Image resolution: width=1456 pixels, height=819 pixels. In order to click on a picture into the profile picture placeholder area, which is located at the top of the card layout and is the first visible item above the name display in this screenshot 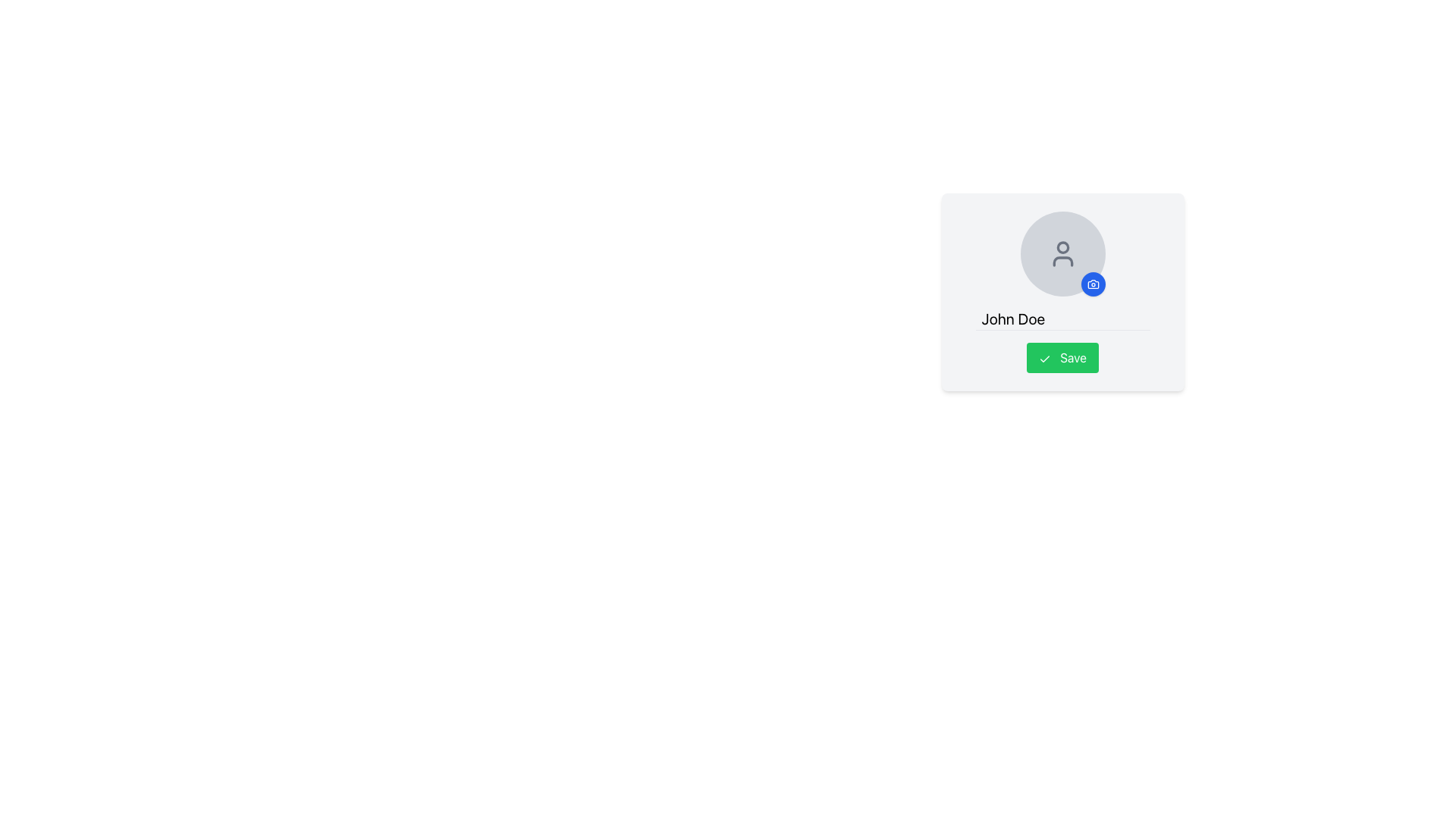, I will do `click(1062, 292)`.